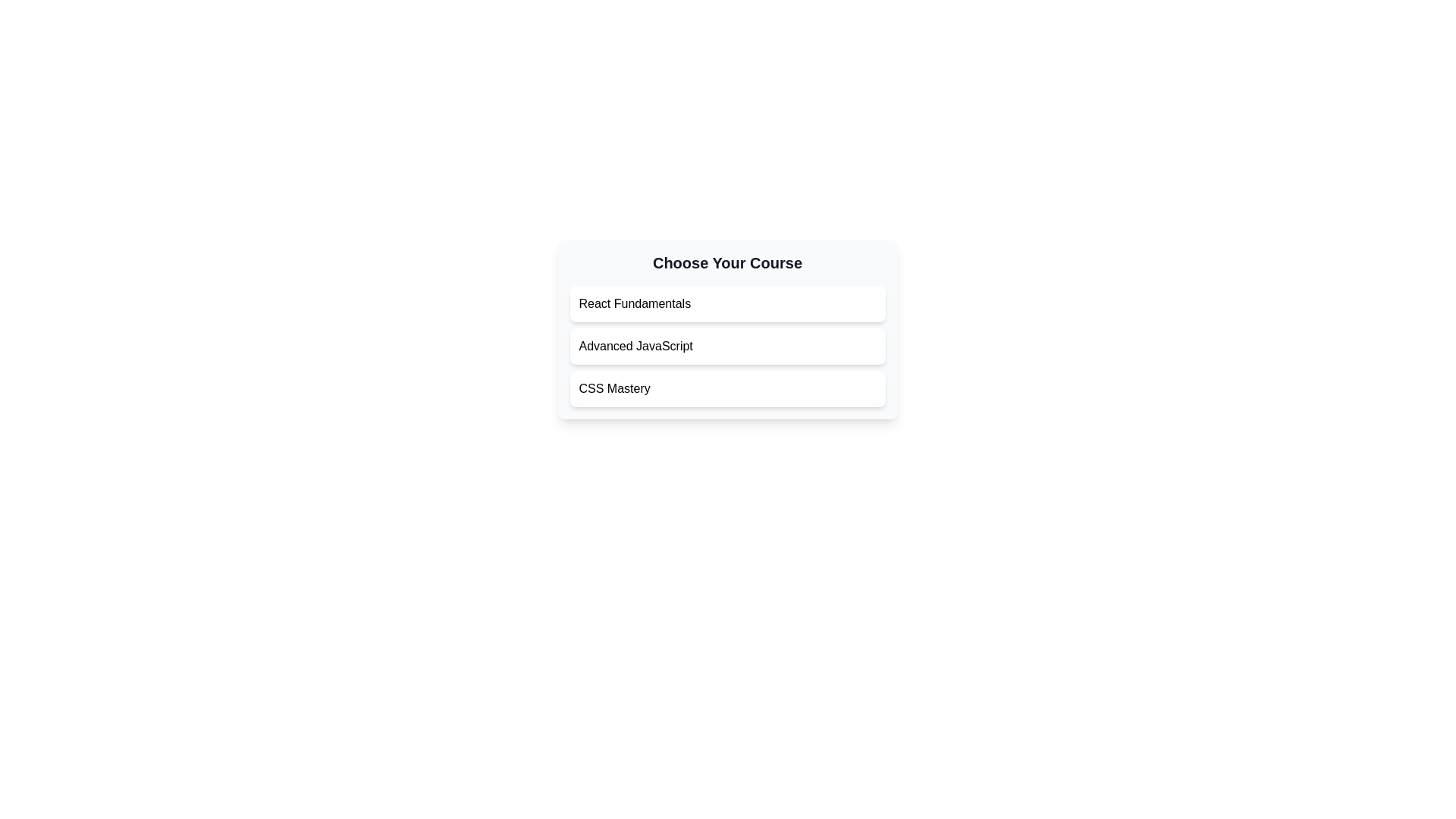  I want to click on the heading text that introduces the content for the options below it, which include 'React Fundamentals', 'Advanced JavaScript', and 'CSS Mastery', so click(726, 262).